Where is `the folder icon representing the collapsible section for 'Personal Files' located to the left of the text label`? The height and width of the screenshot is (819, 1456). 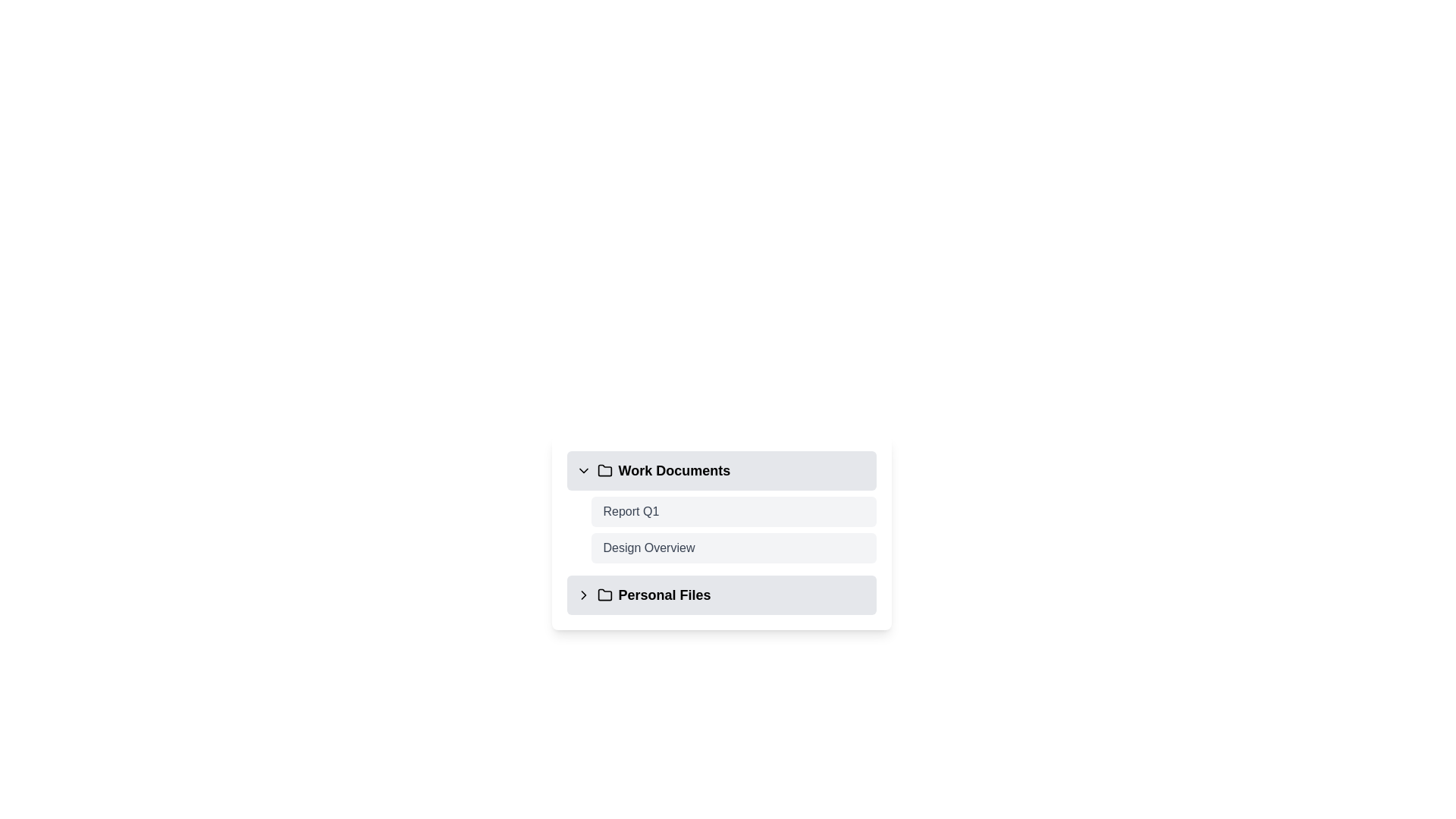 the folder icon representing the collapsible section for 'Personal Files' located to the left of the text label is located at coordinates (604, 594).